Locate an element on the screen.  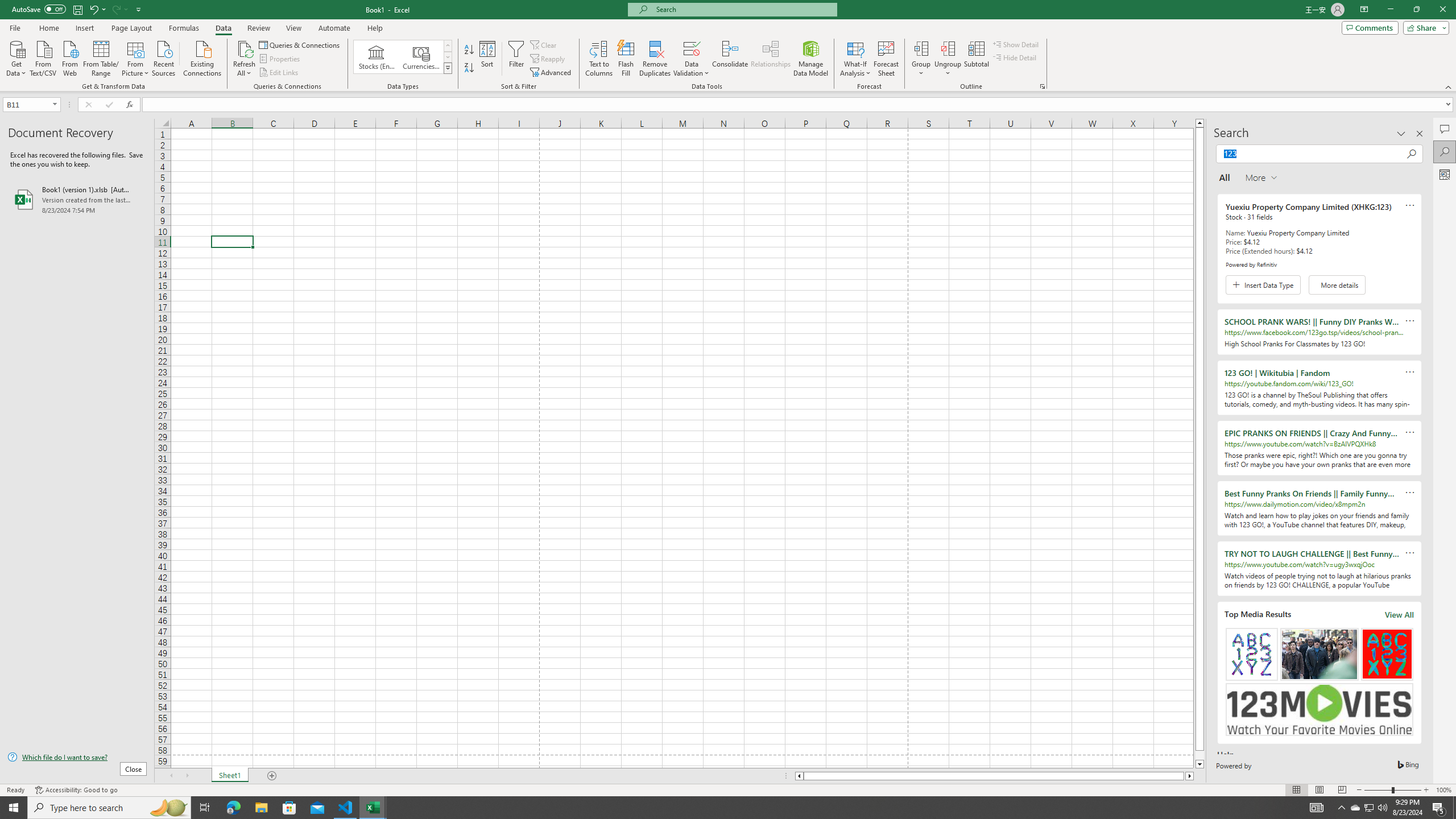
'Column left' is located at coordinates (798, 775).